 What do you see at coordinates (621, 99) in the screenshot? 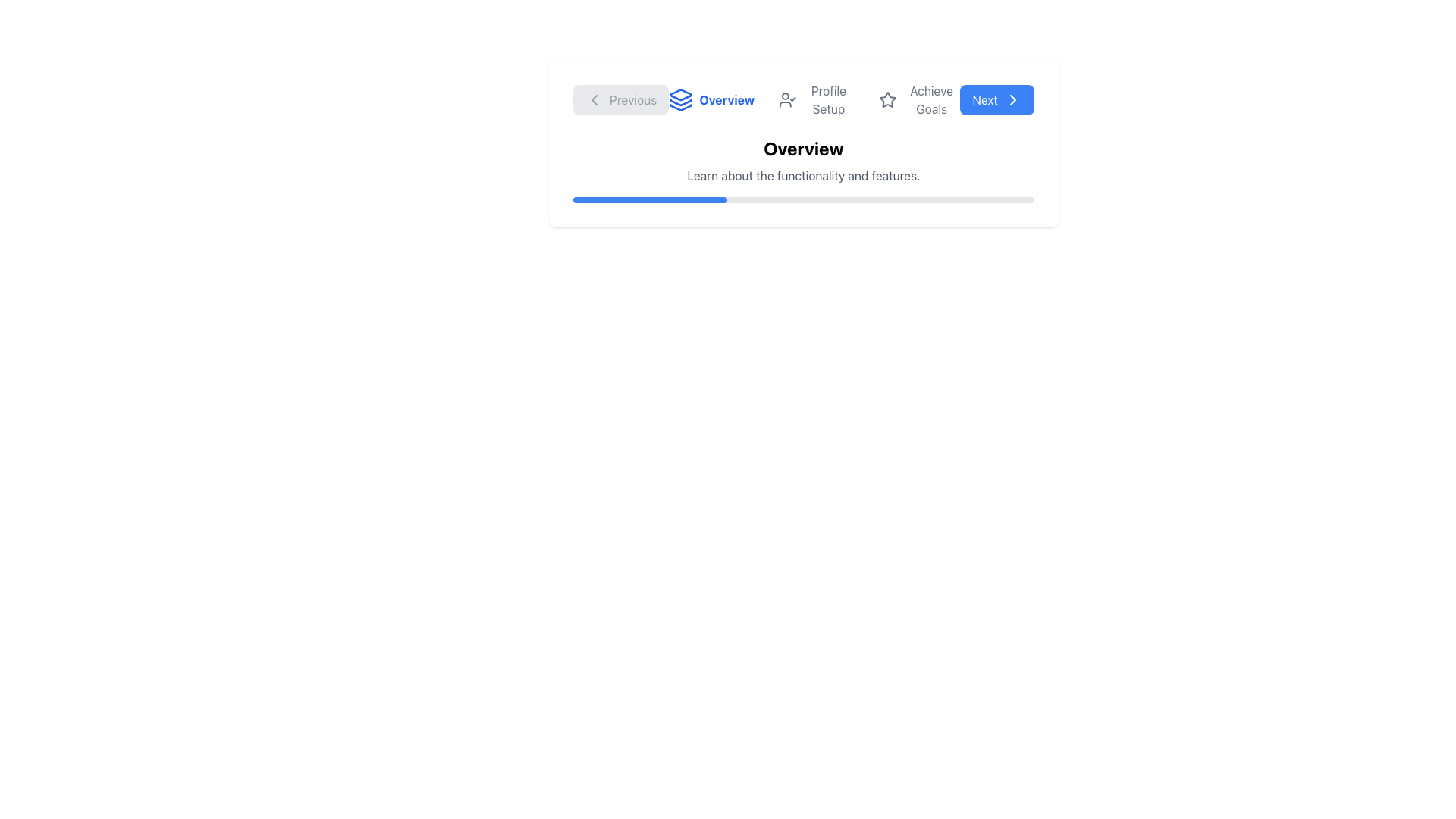
I see `the navigation button located on the left-most side of the horizontal navigation bar` at bounding box center [621, 99].